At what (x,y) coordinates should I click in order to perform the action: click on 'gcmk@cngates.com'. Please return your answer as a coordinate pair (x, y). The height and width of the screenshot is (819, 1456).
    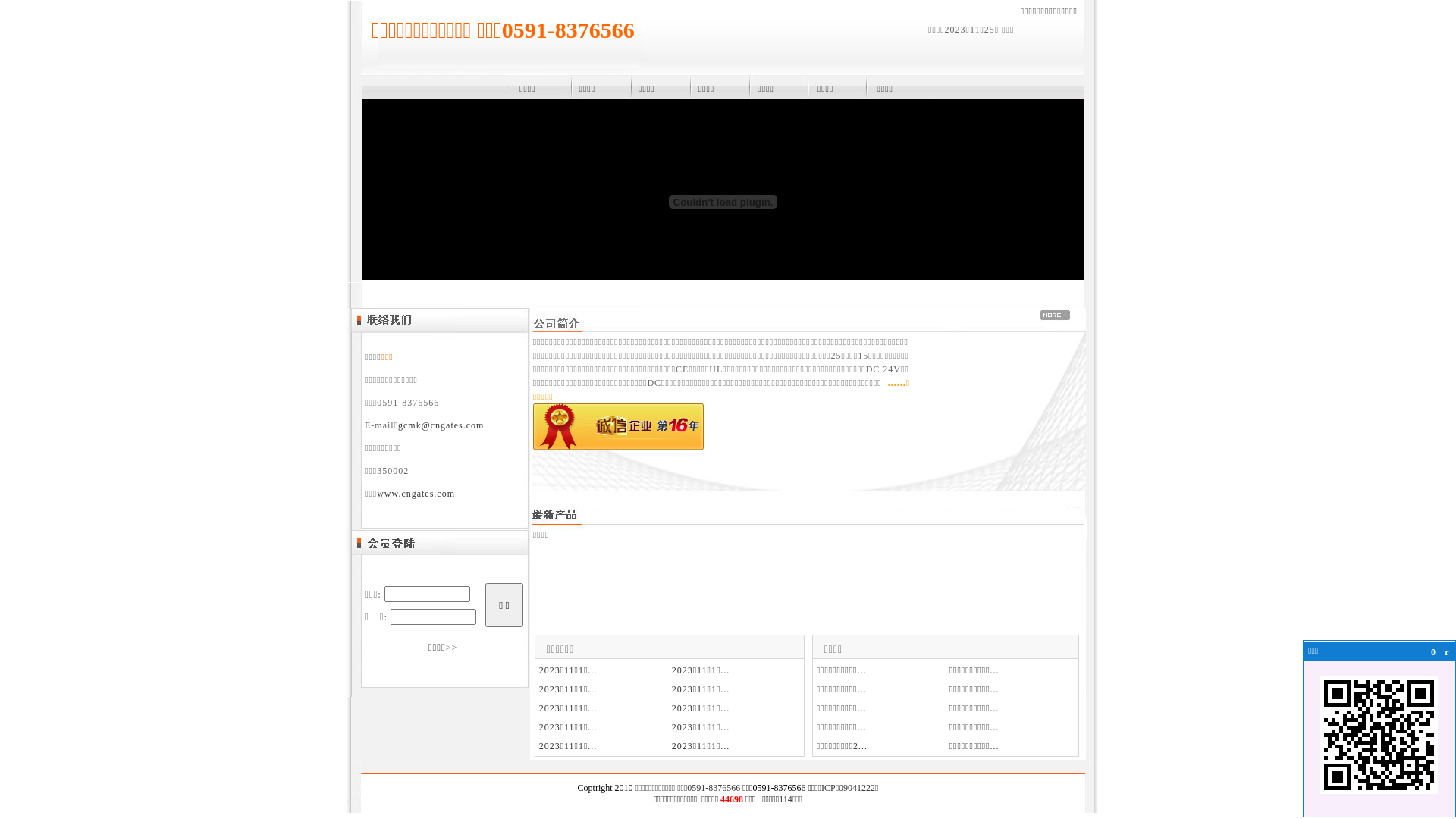
    Looking at the image, I should click on (440, 425).